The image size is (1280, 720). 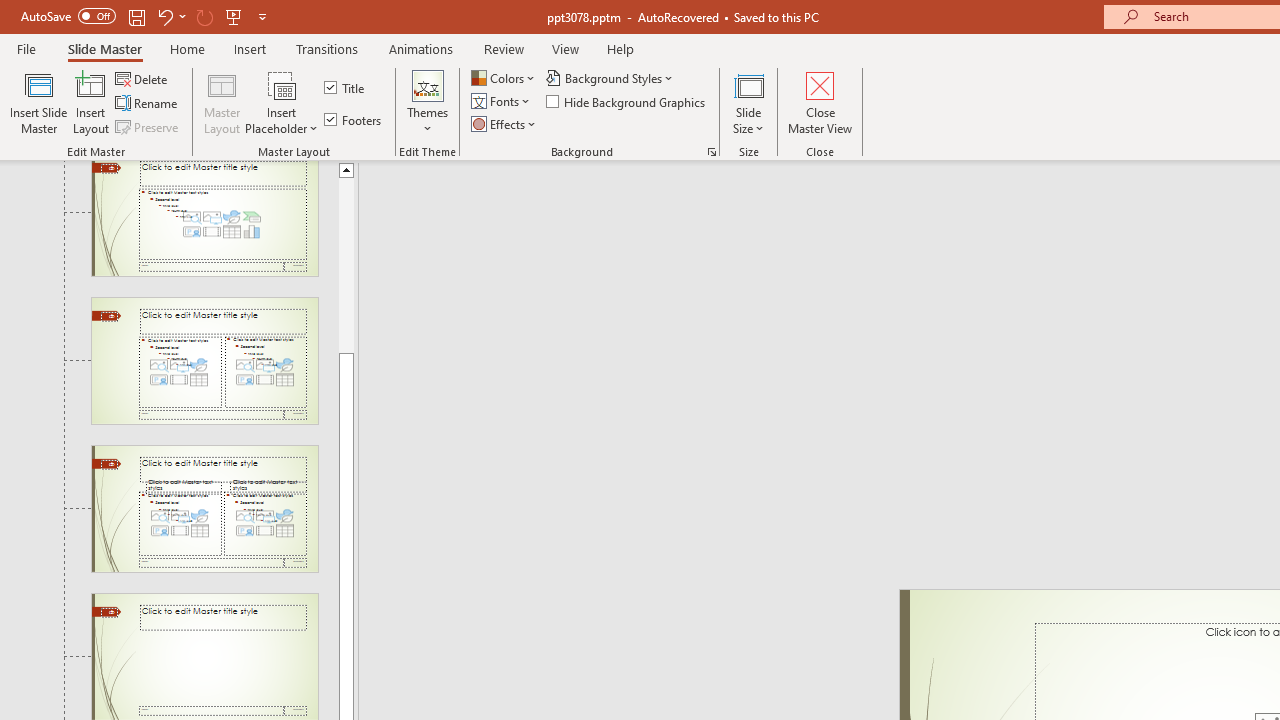 What do you see at coordinates (503, 101) in the screenshot?
I see `'Fonts'` at bounding box center [503, 101].